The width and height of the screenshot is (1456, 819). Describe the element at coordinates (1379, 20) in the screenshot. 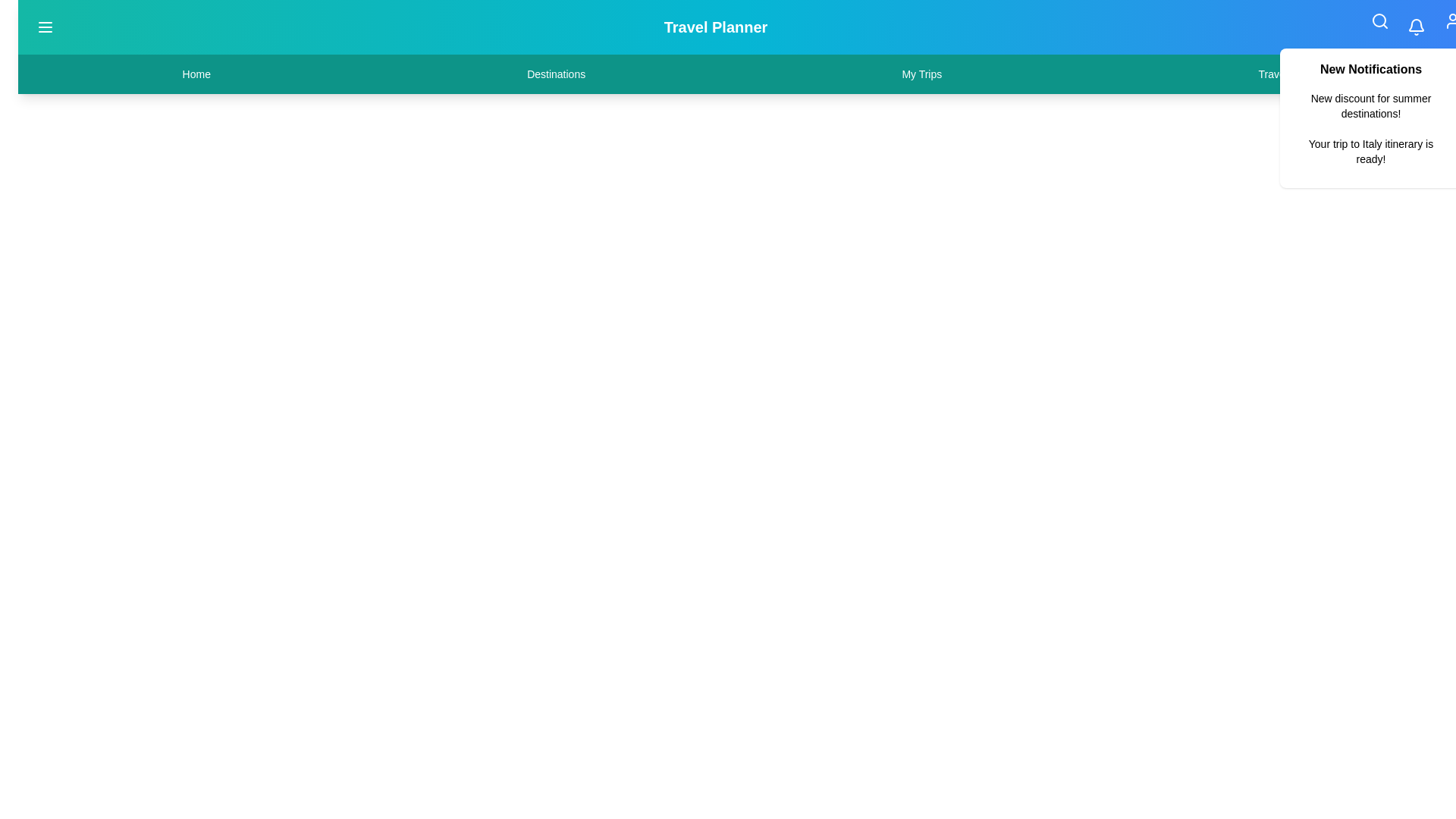

I see `the search icon in the top-right corner of the app bar` at that location.